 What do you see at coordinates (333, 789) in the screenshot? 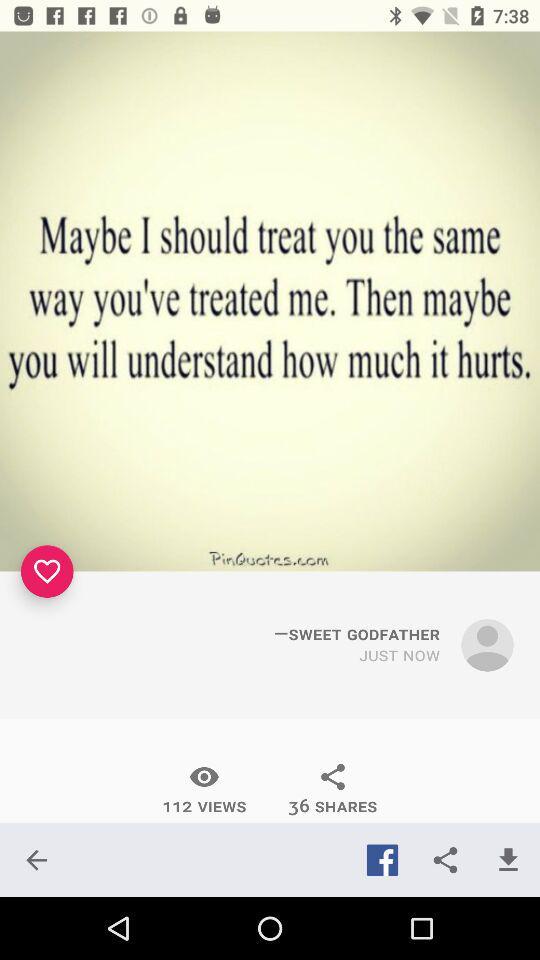
I see `36 shares` at bounding box center [333, 789].